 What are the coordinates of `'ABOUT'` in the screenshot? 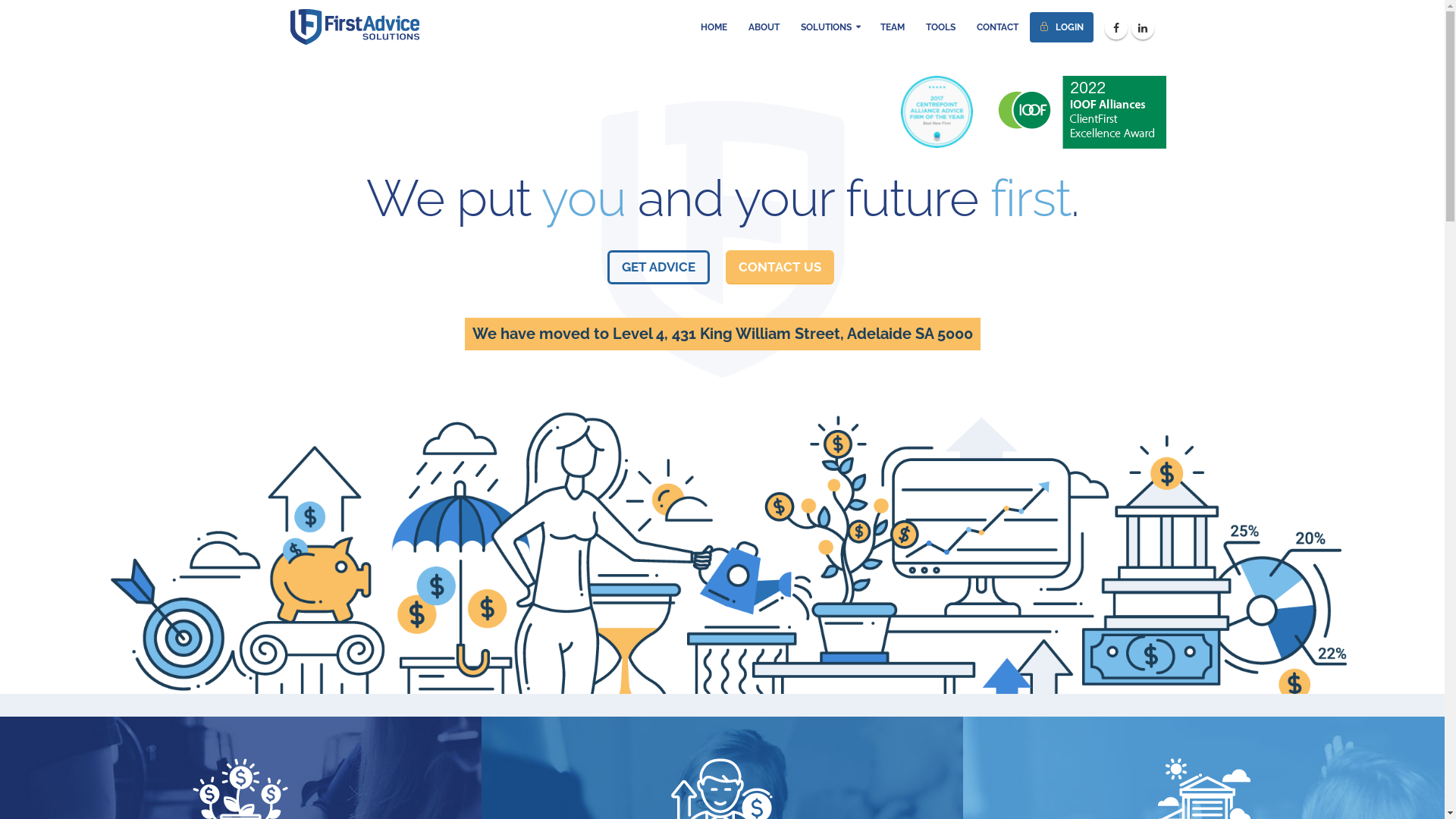 It's located at (764, 27).